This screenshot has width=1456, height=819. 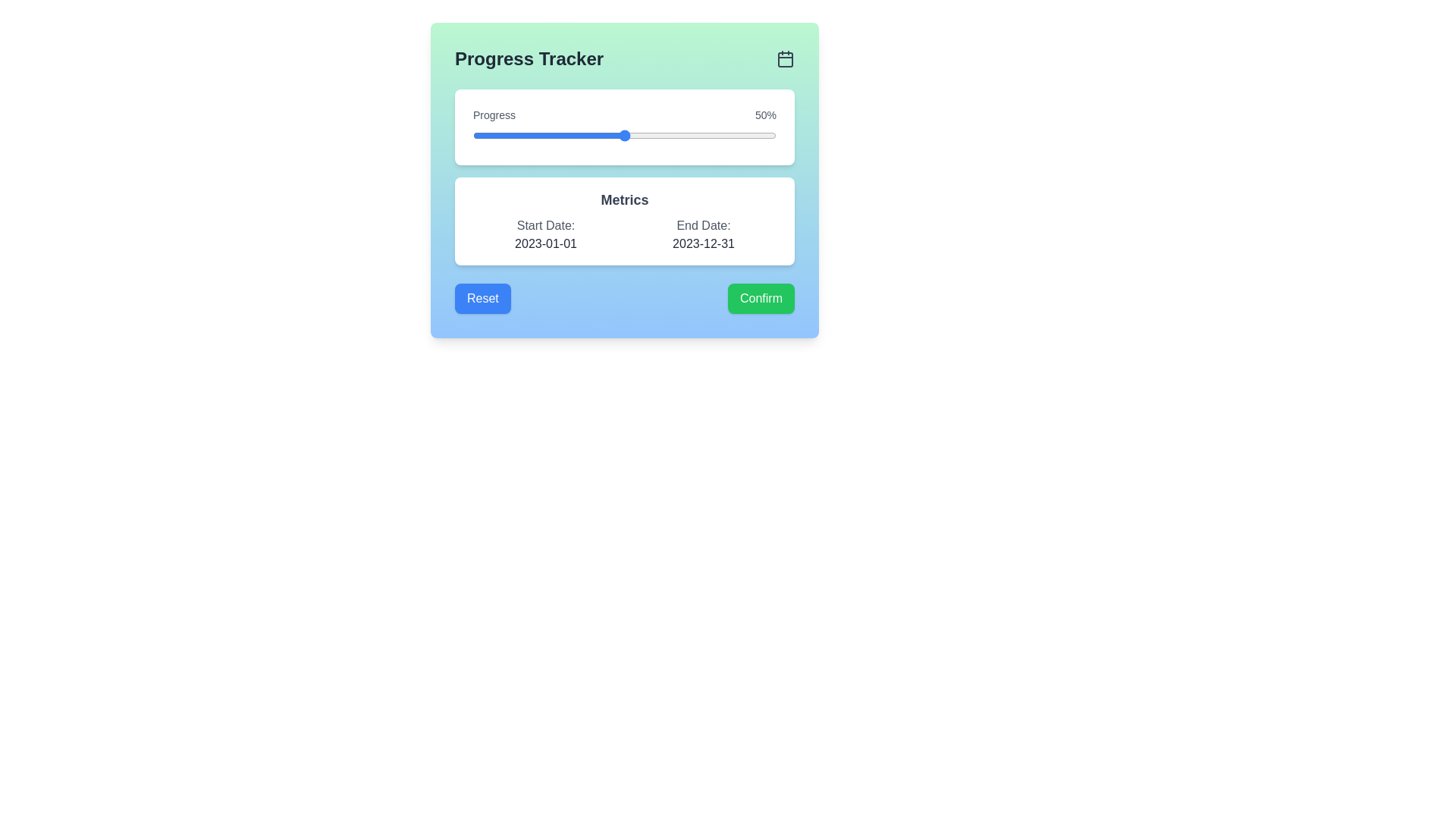 What do you see at coordinates (572, 134) in the screenshot?
I see `the progress` at bounding box center [572, 134].